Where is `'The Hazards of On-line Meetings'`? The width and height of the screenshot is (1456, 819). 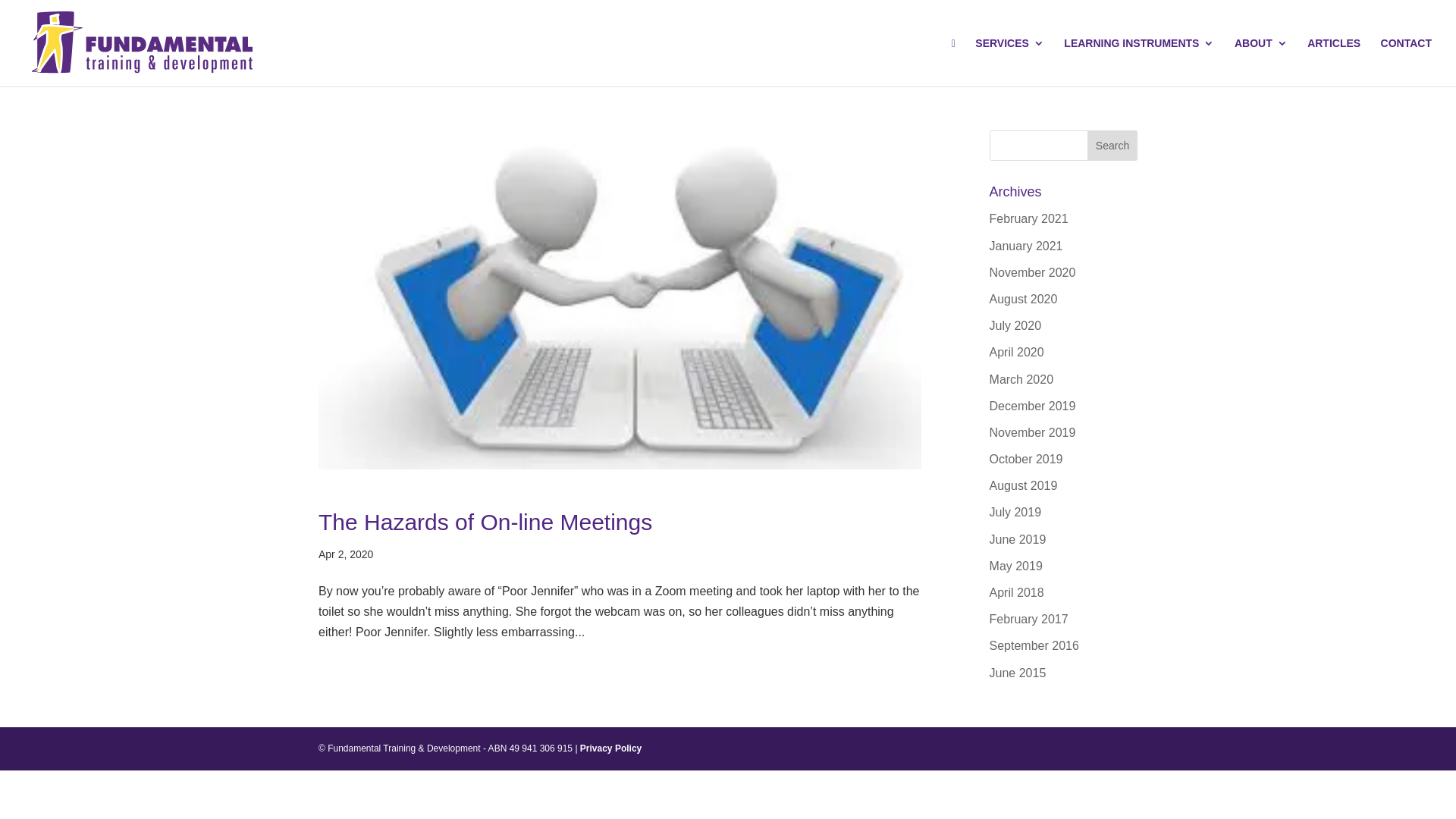 'The Hazards of On-line Meetings' is located at coordinates (484, 521).